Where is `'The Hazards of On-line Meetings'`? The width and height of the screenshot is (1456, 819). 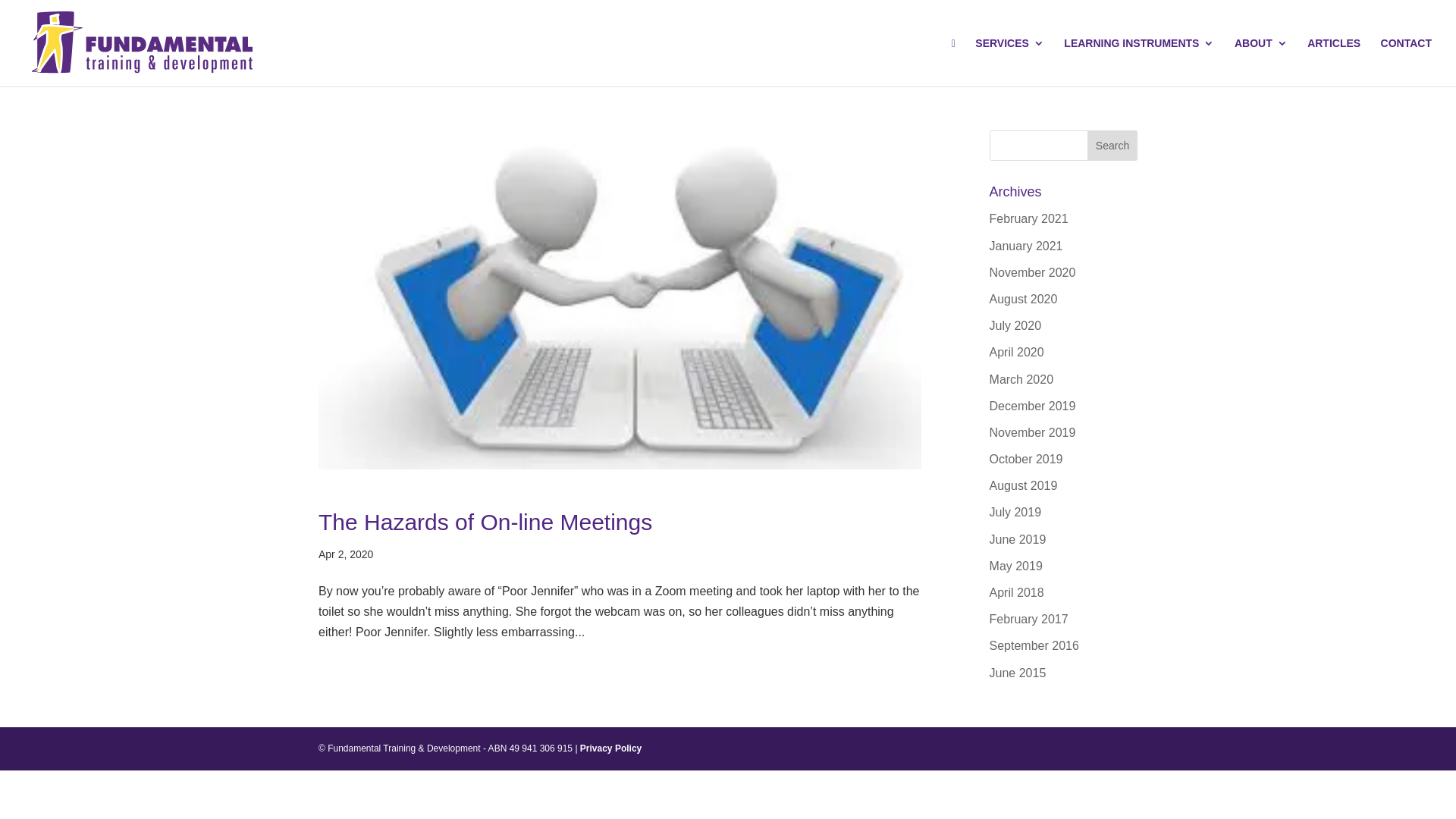 'The Hazards of On-line Meetings' is located at coordinates (484, 521).